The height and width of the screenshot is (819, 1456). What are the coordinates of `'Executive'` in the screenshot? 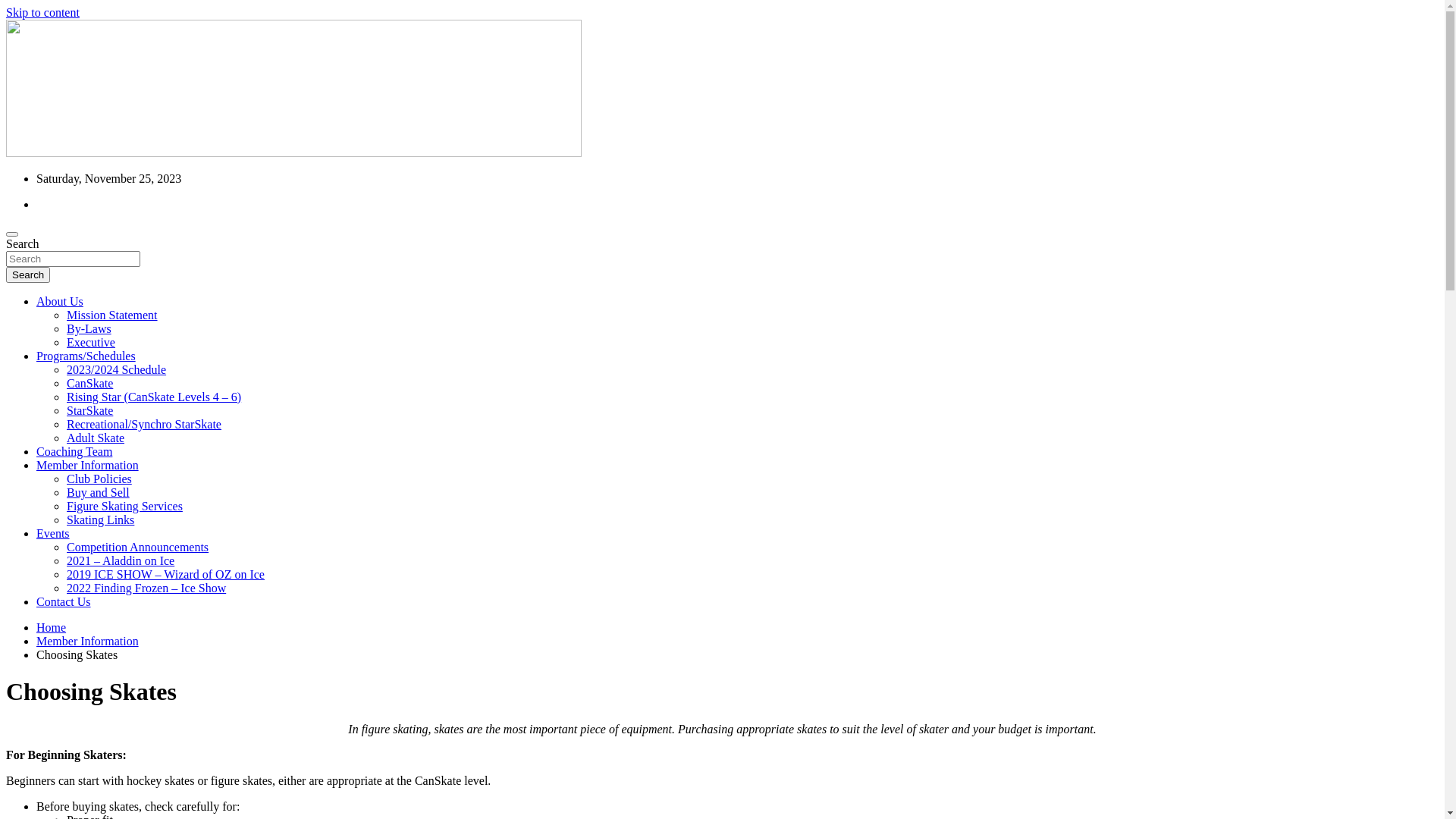 It's located at (65, 342).